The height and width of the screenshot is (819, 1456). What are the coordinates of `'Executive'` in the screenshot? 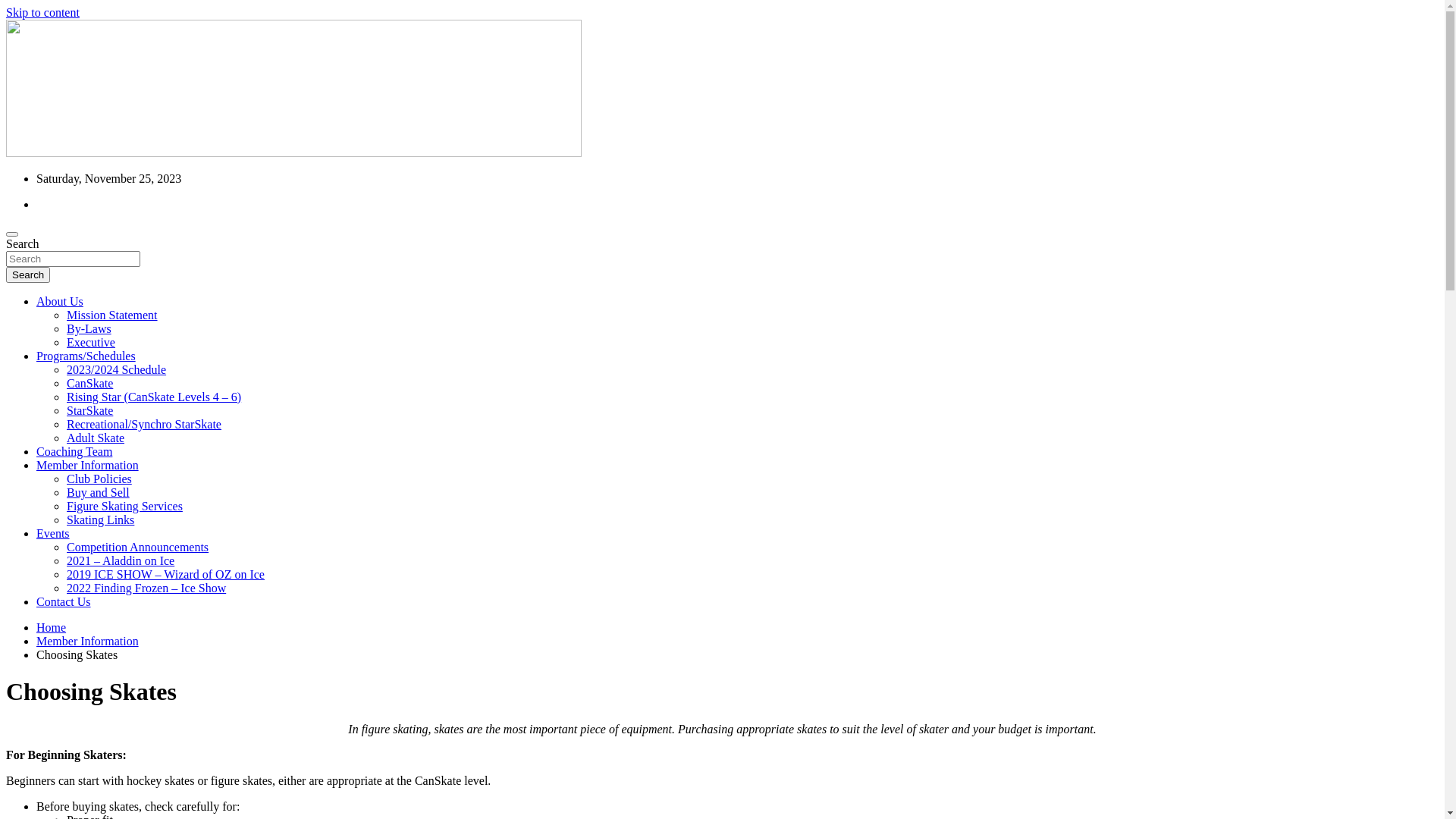 It's located at (65, 342).